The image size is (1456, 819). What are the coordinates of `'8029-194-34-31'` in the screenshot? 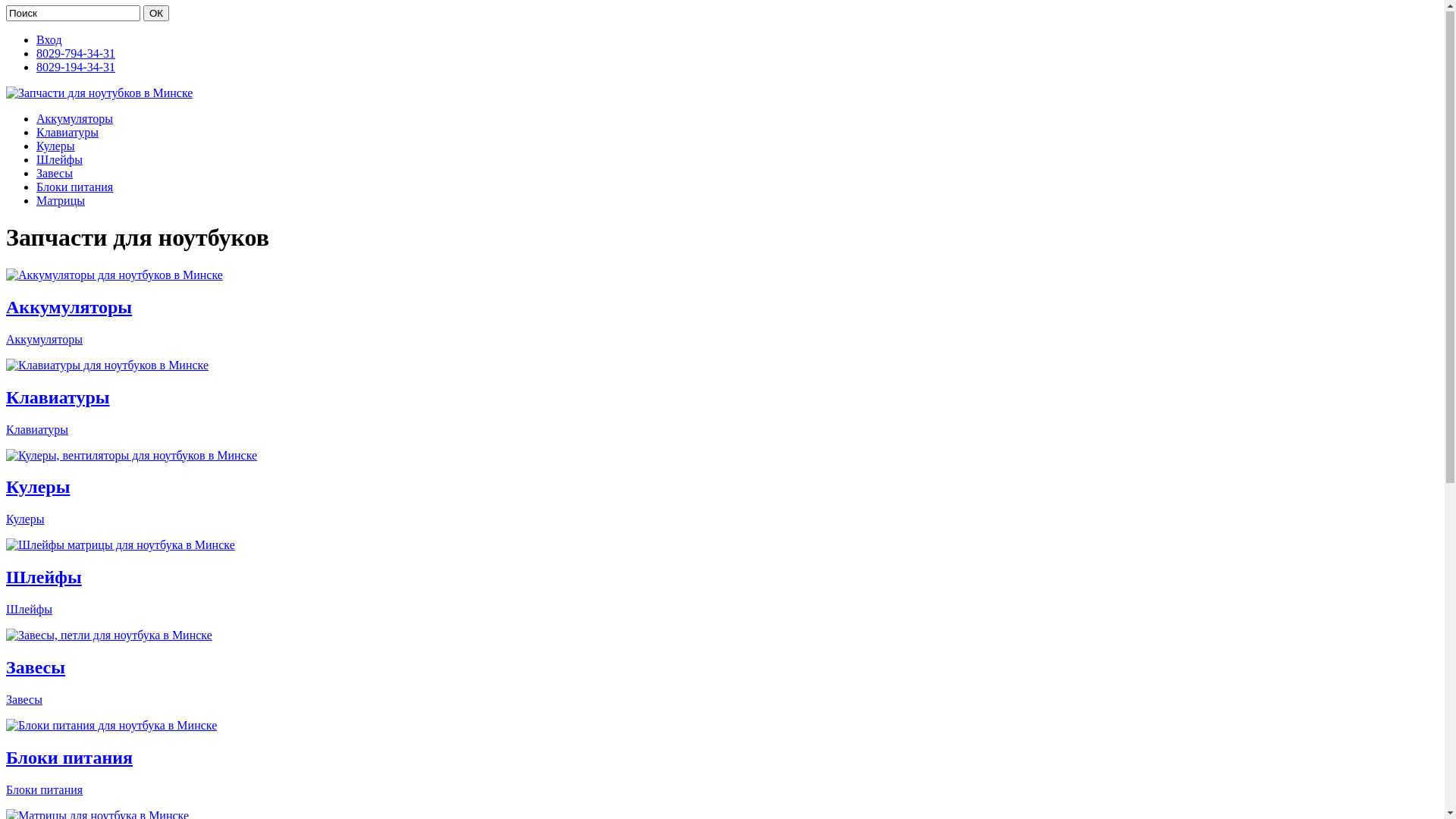 It's located at (75, 67).